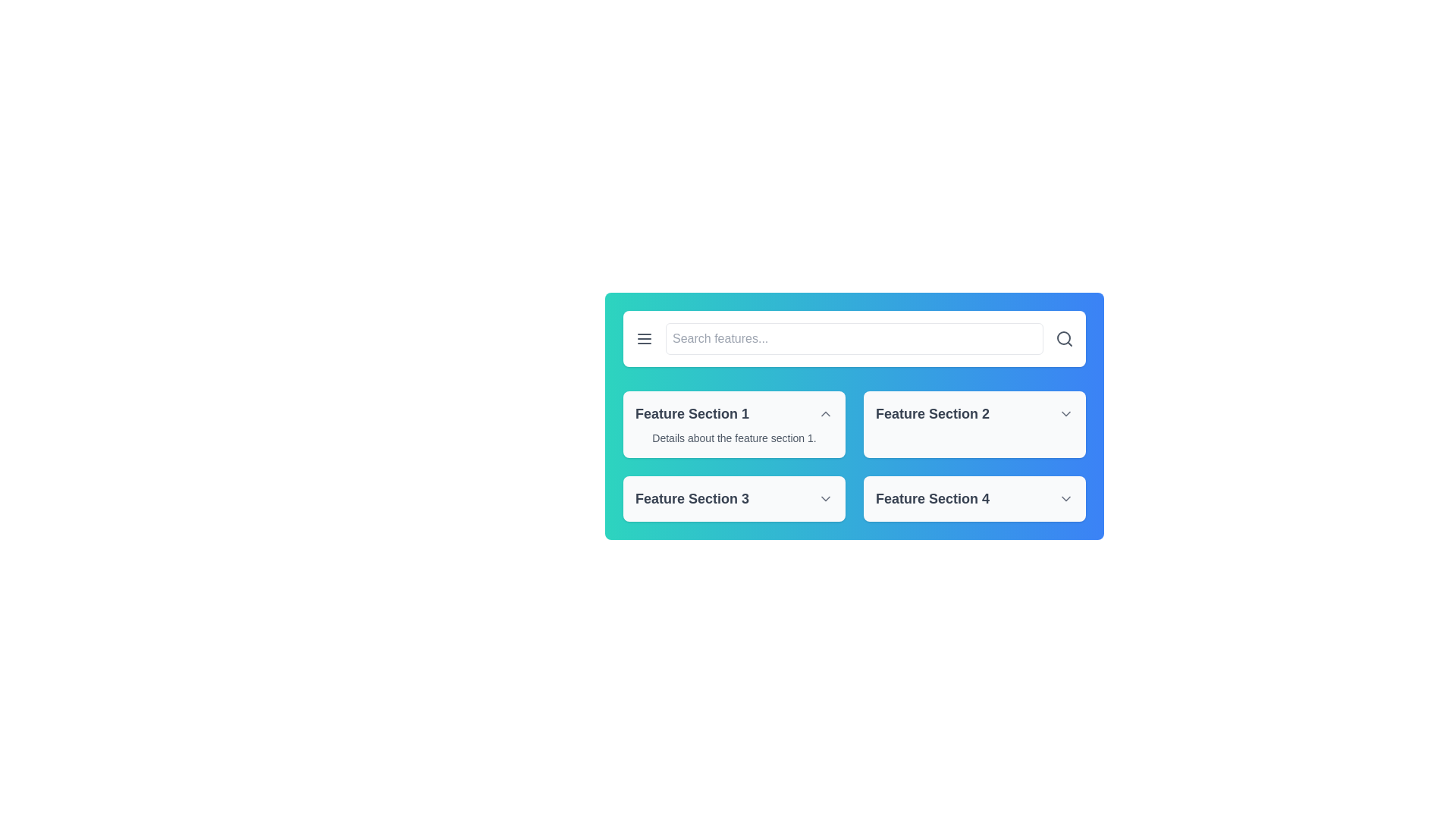  What do you see at coordinates (1065, 499) in the screenshot?
I see `the downward-facing chevron icon located on the far-right side of 'Feature Section 4'` at bounding box center [1065, 499].